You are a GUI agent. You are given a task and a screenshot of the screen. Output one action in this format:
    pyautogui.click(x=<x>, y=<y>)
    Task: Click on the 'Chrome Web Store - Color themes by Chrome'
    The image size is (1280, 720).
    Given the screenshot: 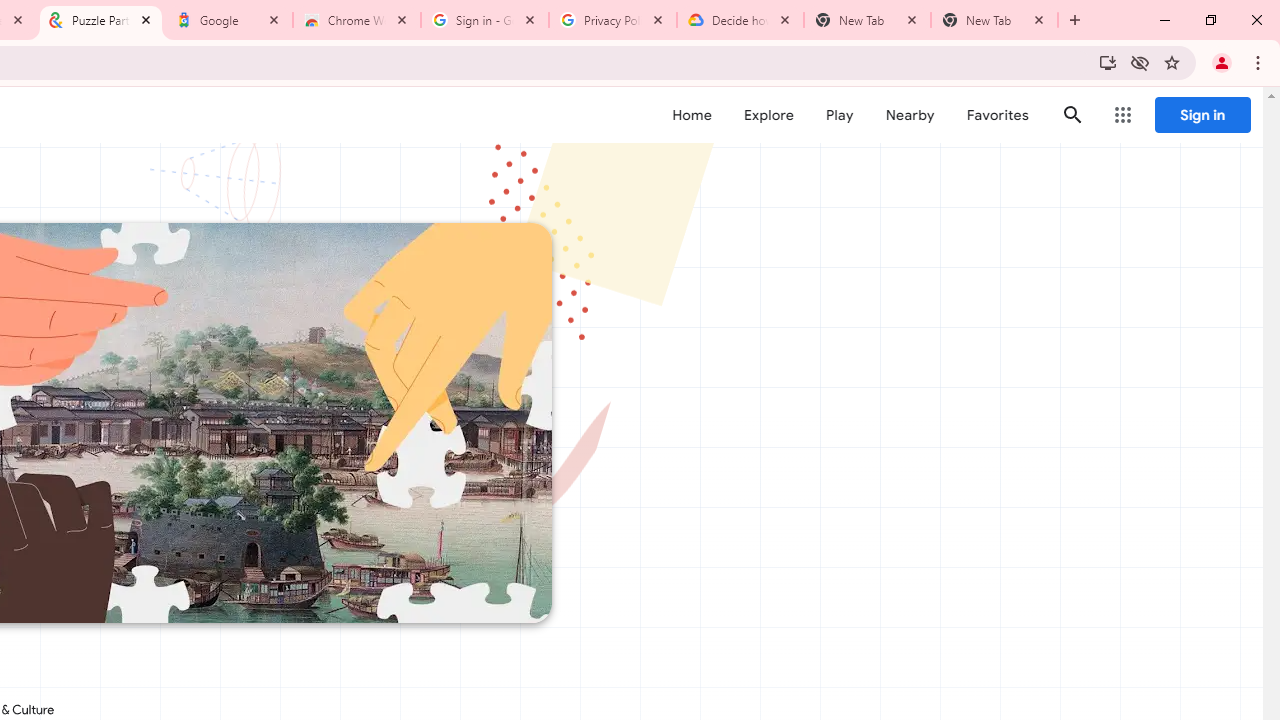 What is the action you would take?
    pyautogui.click(x=357, y=20)
    